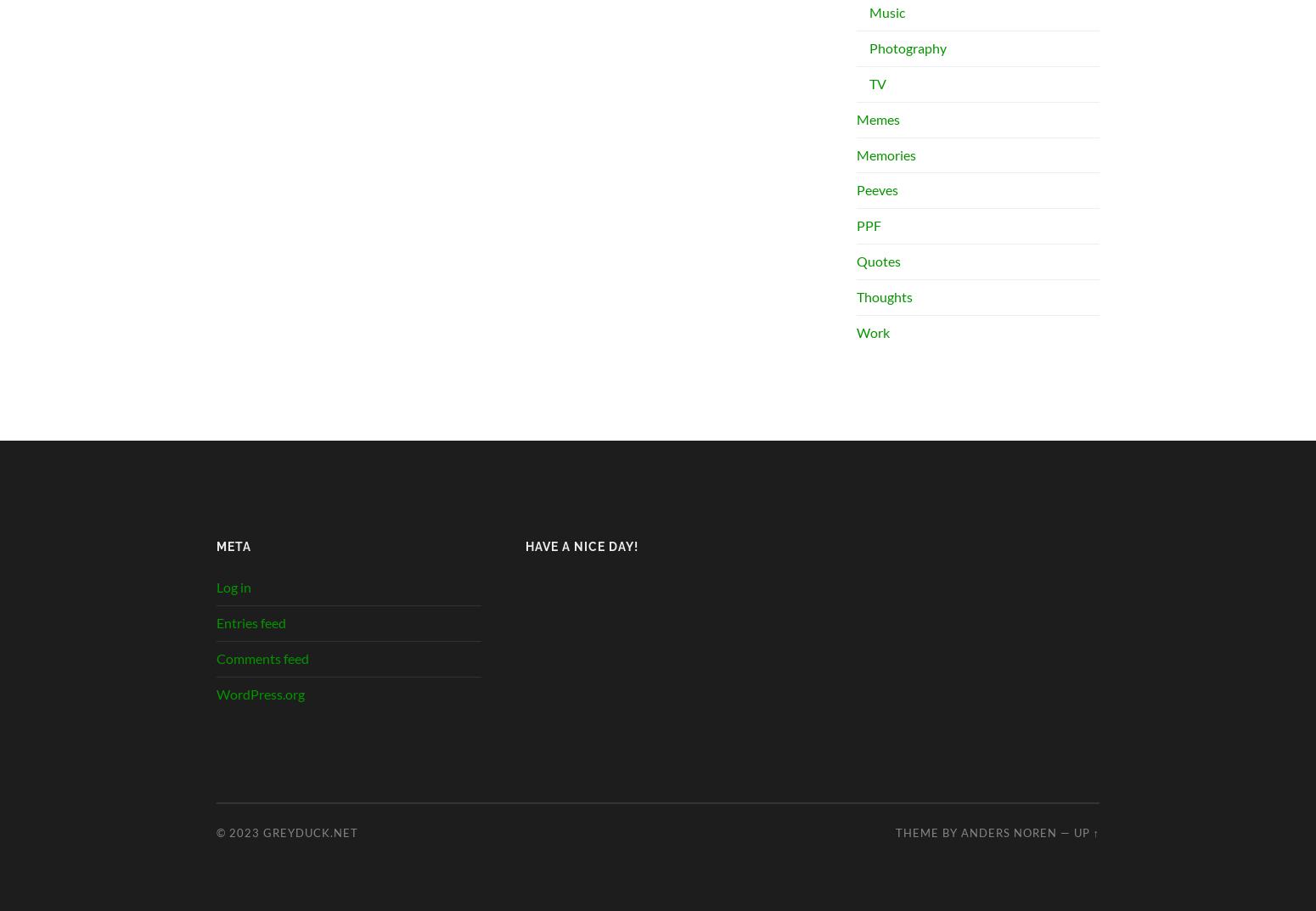  What do you see at coordinates (873, 330) in the screenshot?
I see `'Work'` at bounding box center [873, 330].